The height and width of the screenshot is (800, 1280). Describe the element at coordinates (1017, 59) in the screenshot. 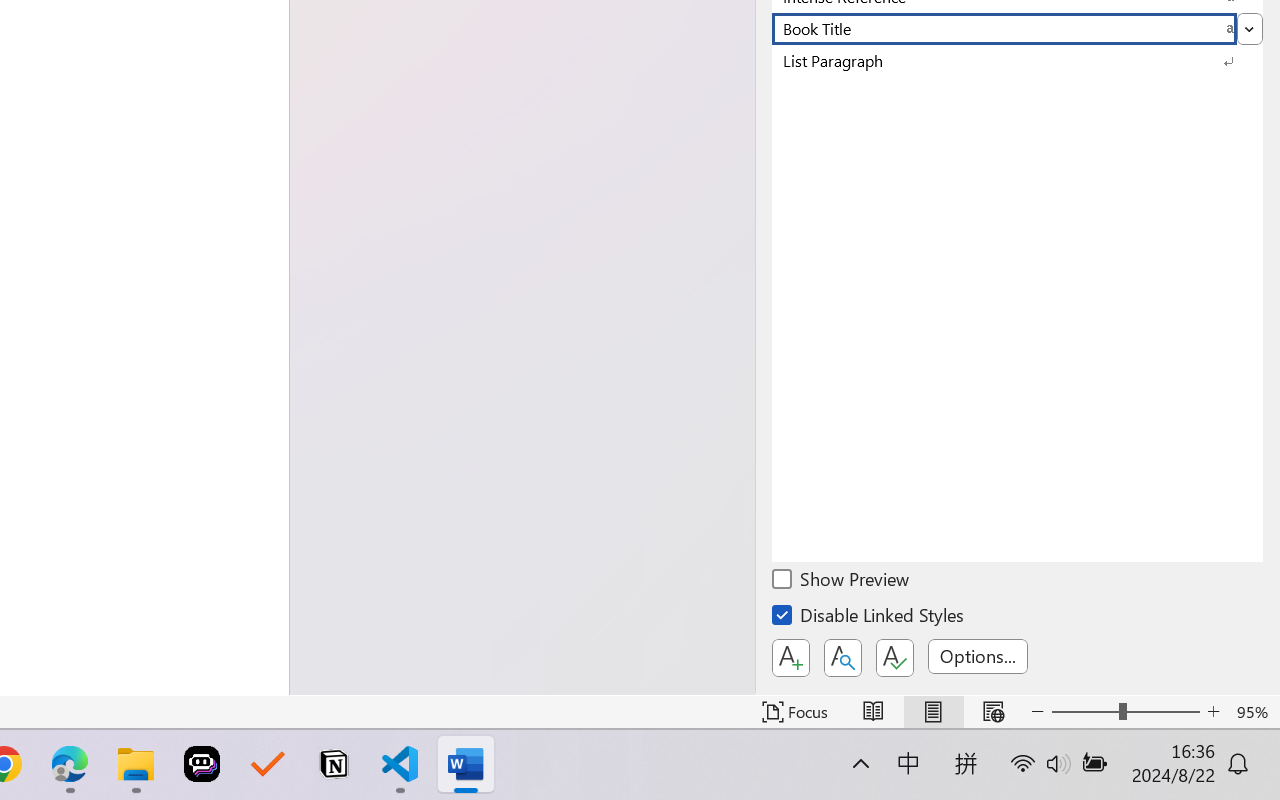

I see `'List Paragraph'` at that location.